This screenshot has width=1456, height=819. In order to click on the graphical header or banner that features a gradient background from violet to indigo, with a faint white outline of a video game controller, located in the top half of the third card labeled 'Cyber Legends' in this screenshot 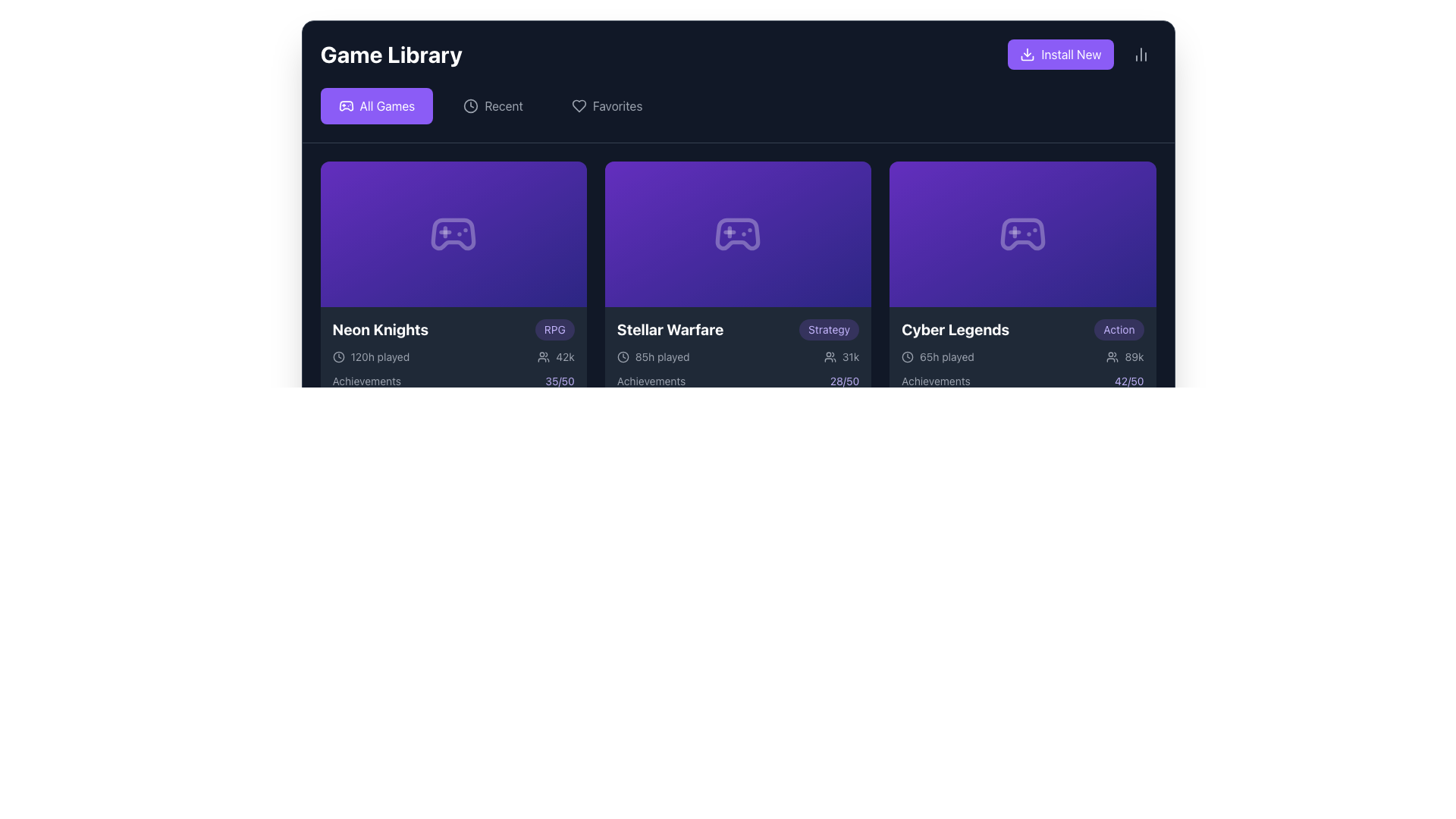, I will do `click(1022, 234)`.